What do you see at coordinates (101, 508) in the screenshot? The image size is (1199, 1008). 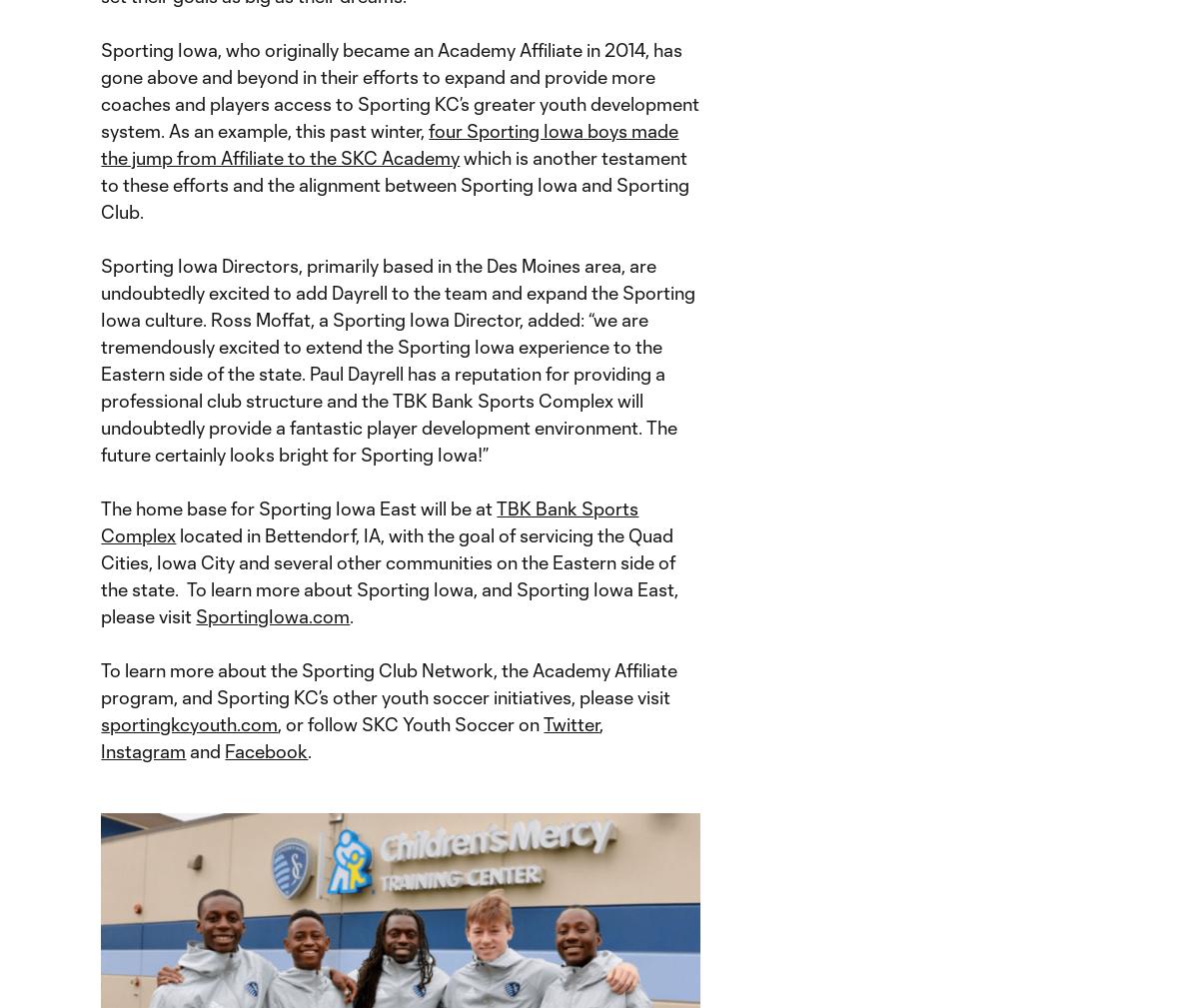 I see `'The home base for Sporting Iowa East will be at'` at bounding box center [101, 508].